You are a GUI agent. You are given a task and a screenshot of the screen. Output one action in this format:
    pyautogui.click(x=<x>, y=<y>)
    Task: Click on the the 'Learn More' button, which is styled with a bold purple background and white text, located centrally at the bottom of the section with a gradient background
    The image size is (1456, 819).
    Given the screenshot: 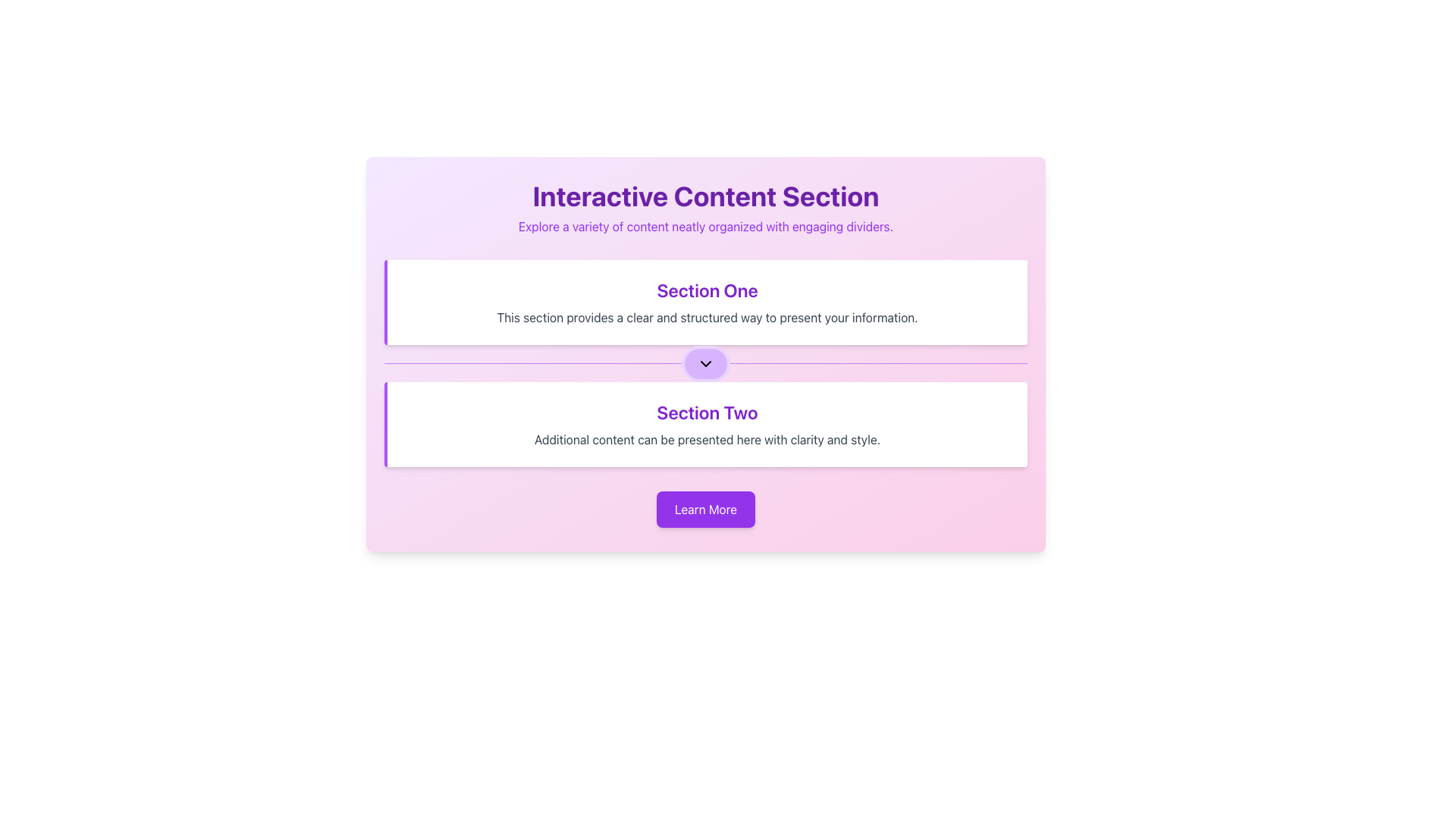 What is the action you would take?
    pyautogui.click(x=705, y=509)
    